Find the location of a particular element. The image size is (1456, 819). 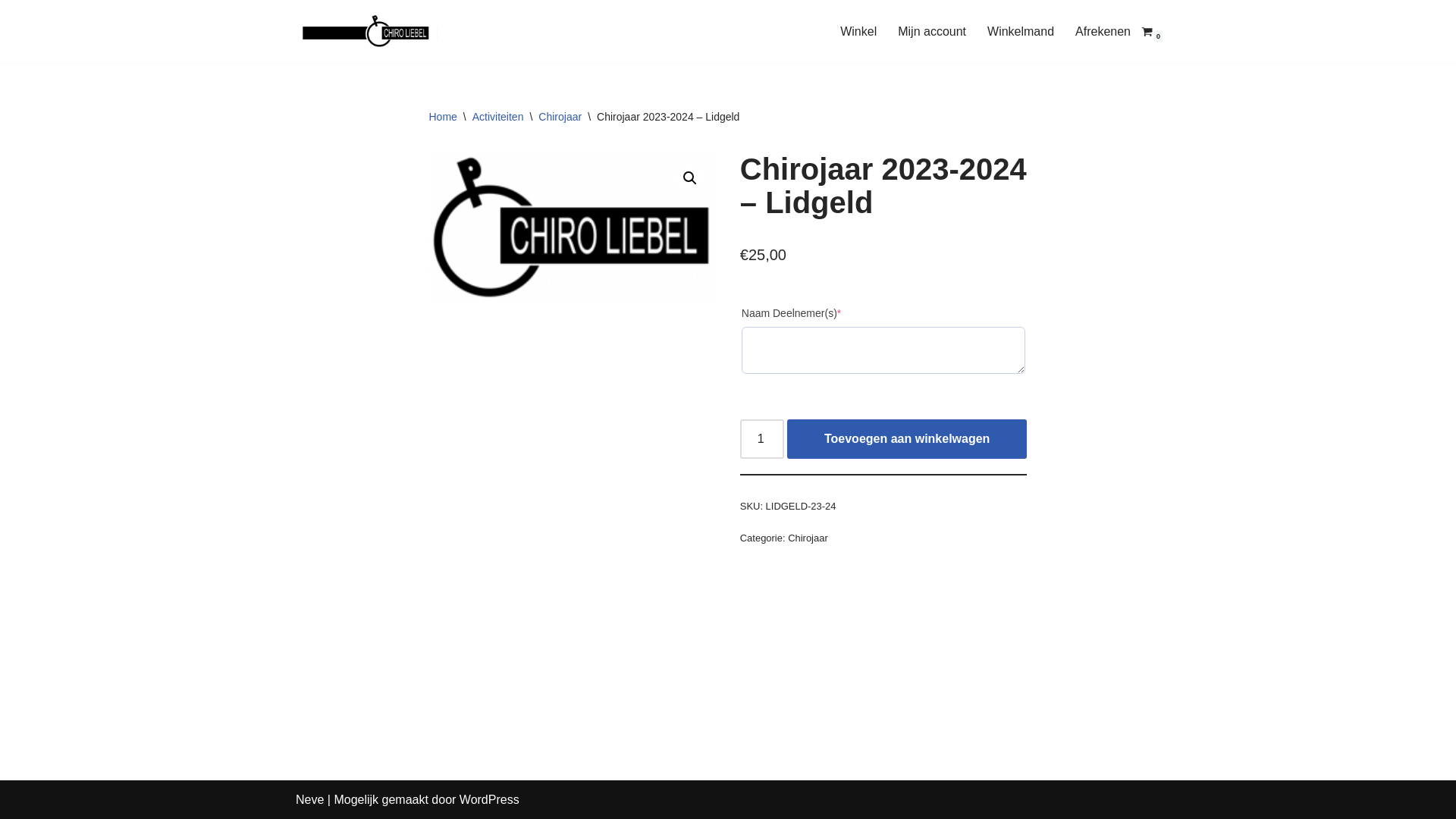

'Spring naar de inhoud' is located at coordinates (11, 32).